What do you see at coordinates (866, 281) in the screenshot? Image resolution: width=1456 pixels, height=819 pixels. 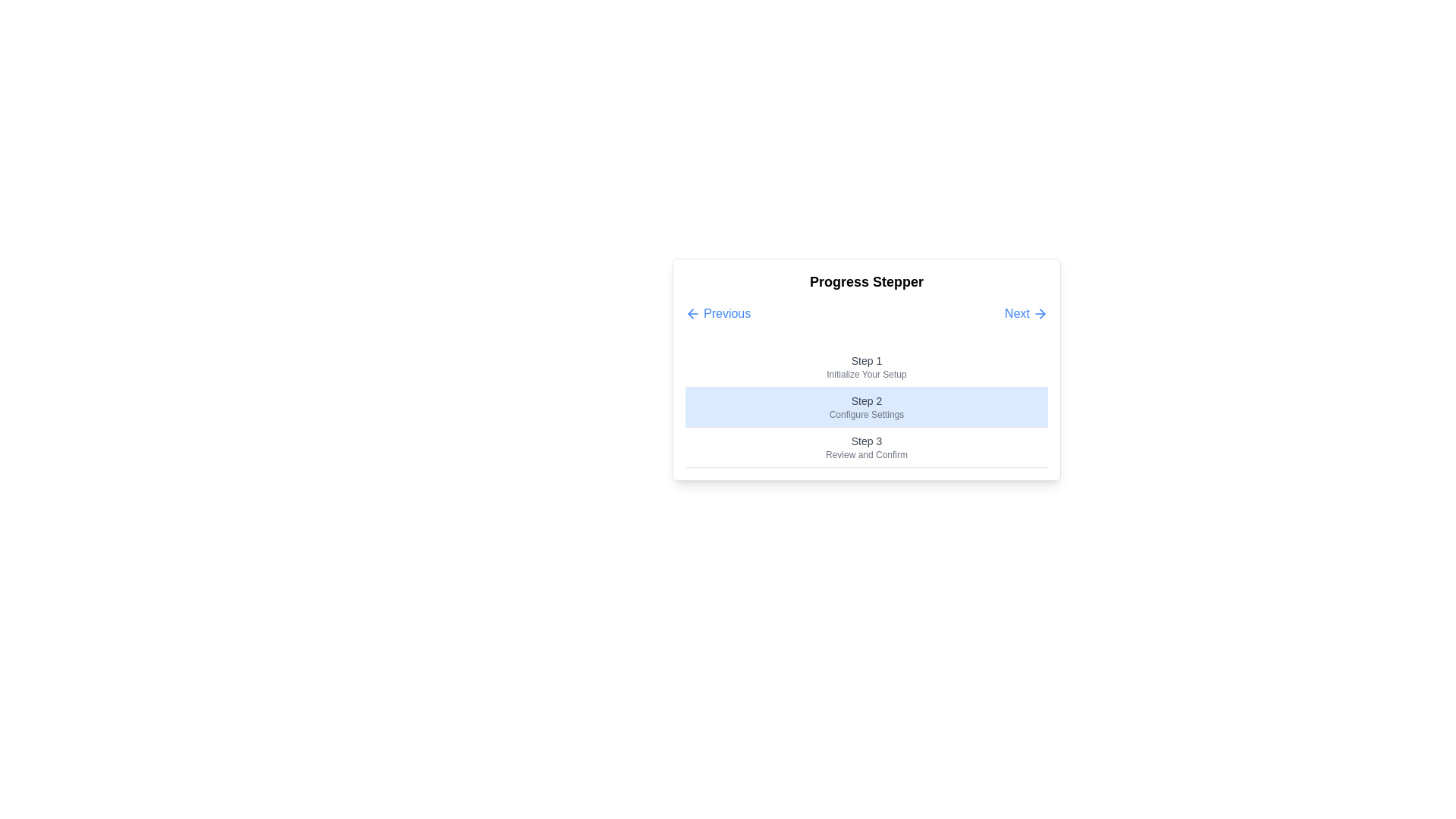 I see `the Text label that serves as a title or header for the section, which is positioned at the top and centered horizontally, above the navigation buttons and step list` at bounding box center [866, 281].